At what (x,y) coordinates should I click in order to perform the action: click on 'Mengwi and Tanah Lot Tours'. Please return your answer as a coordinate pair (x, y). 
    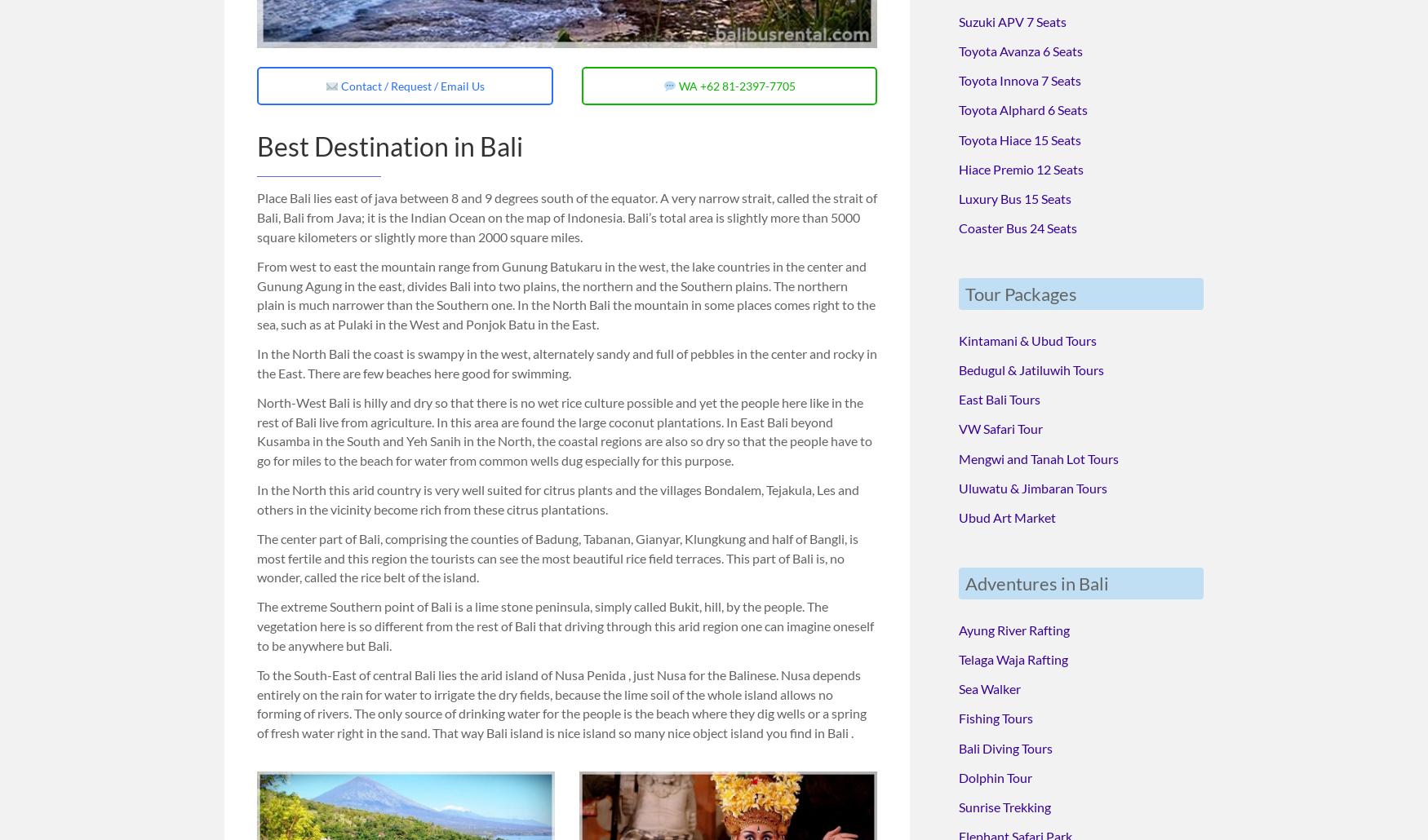
    Looking at the image, I should click on (957, 455).